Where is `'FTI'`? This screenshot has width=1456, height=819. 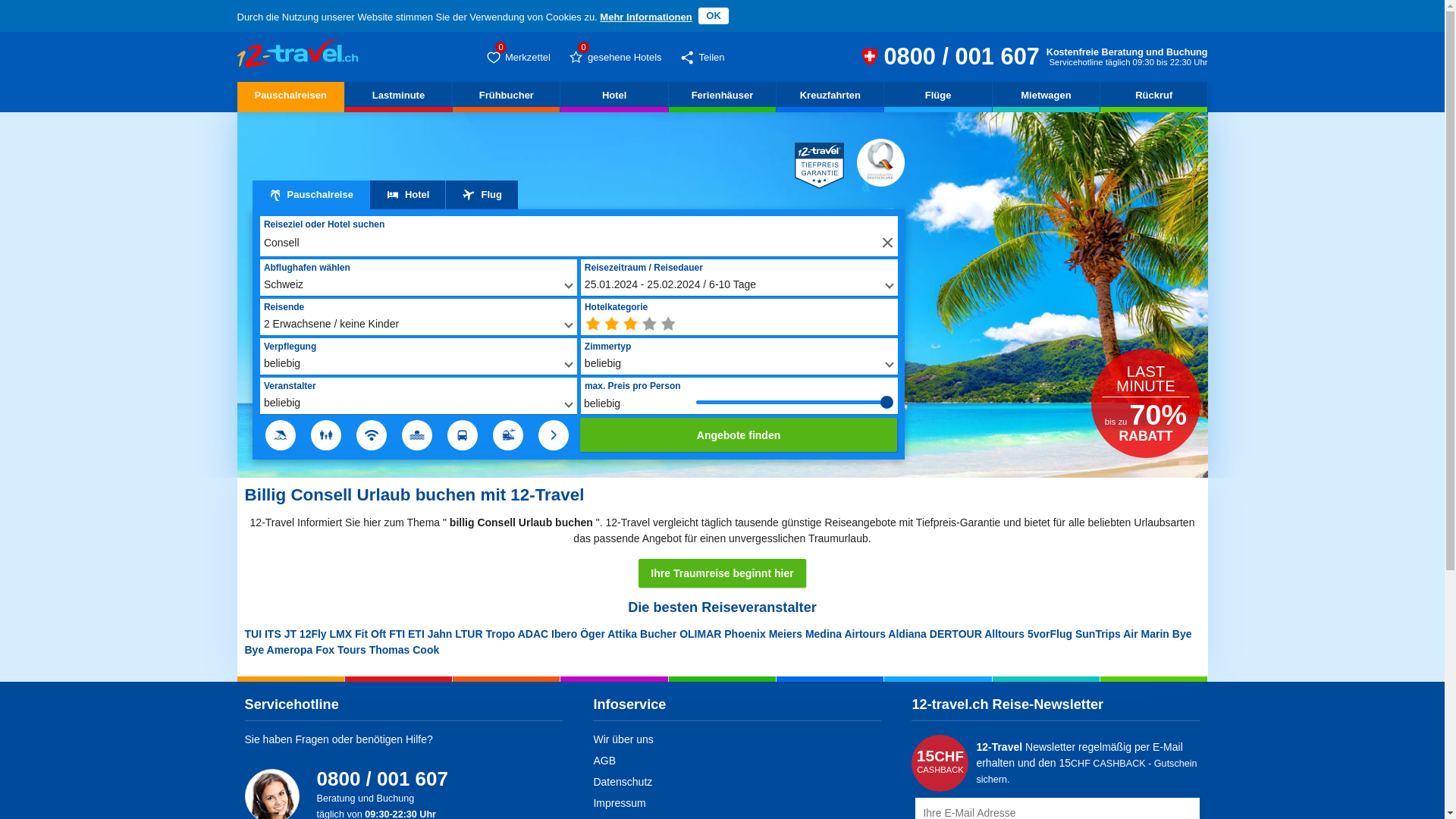 'FTI' is located at coordinates (397, 634).